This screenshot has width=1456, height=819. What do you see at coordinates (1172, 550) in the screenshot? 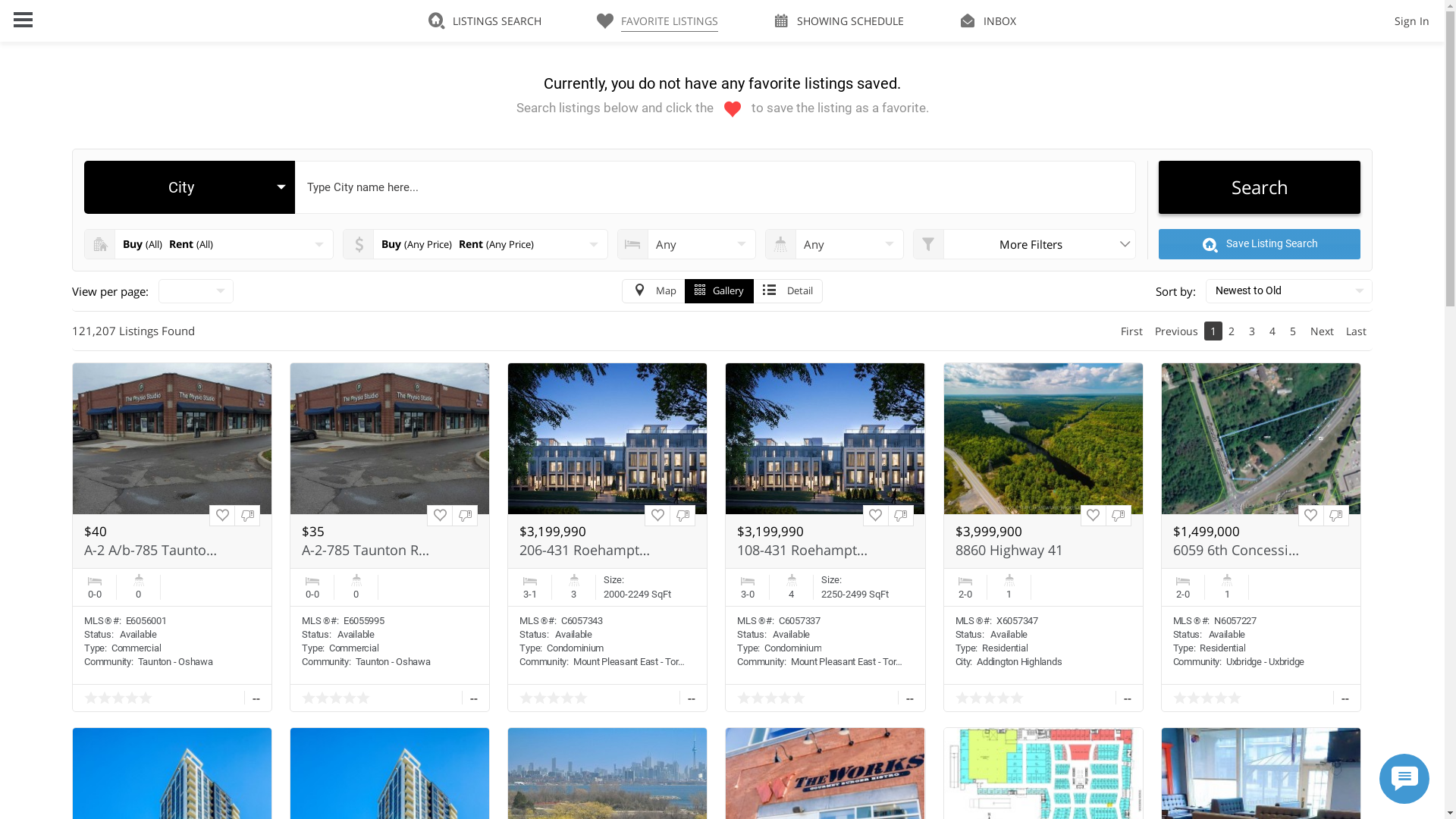
I see `'6059 6th Concession Rd'` at bounding box center [1172, 550].